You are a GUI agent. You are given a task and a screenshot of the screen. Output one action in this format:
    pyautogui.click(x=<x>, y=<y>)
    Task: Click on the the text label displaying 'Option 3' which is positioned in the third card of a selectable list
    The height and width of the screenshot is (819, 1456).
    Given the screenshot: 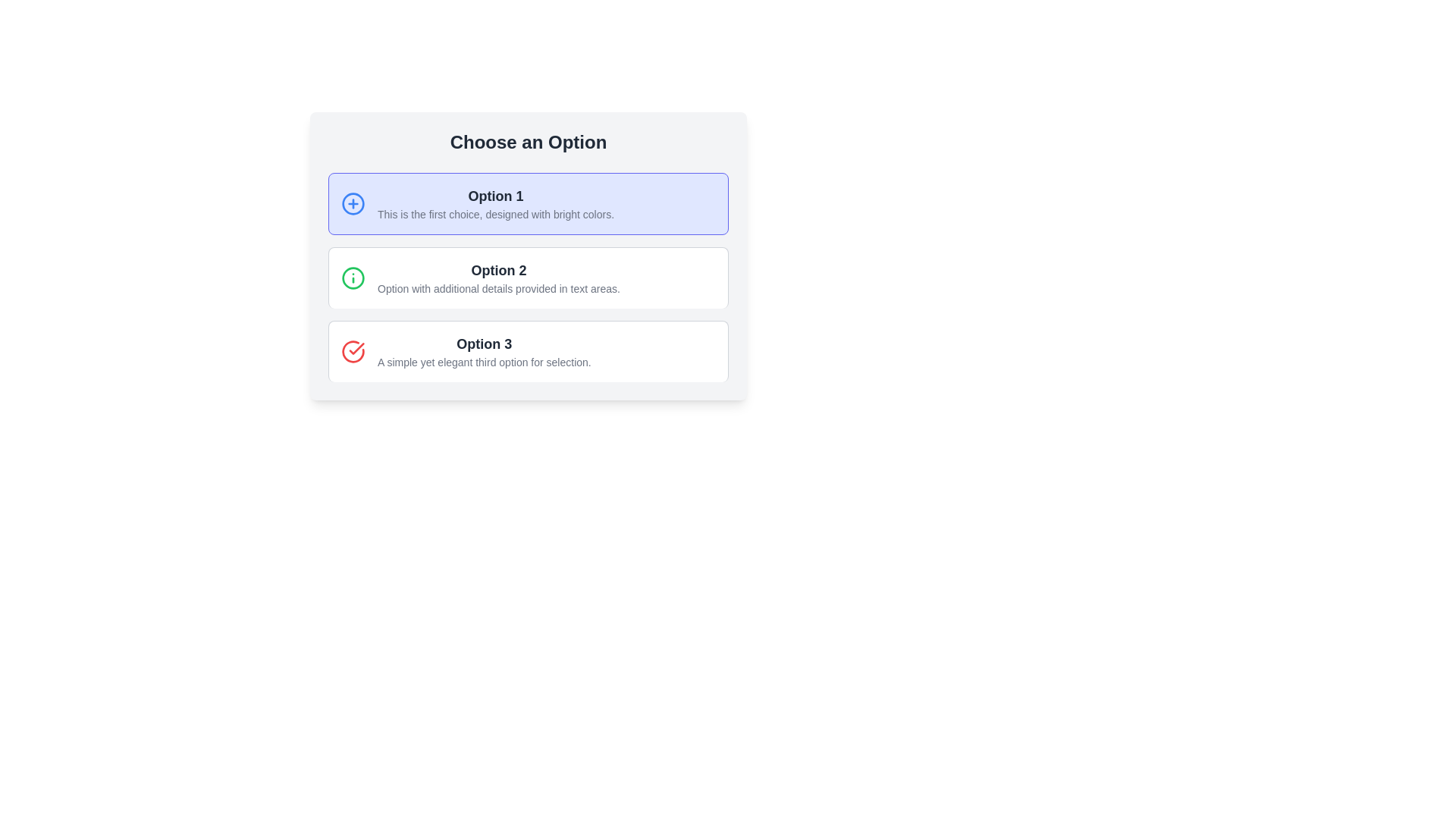 What is the action you would take?
    pyautogui.click(x=483, y=344)
    